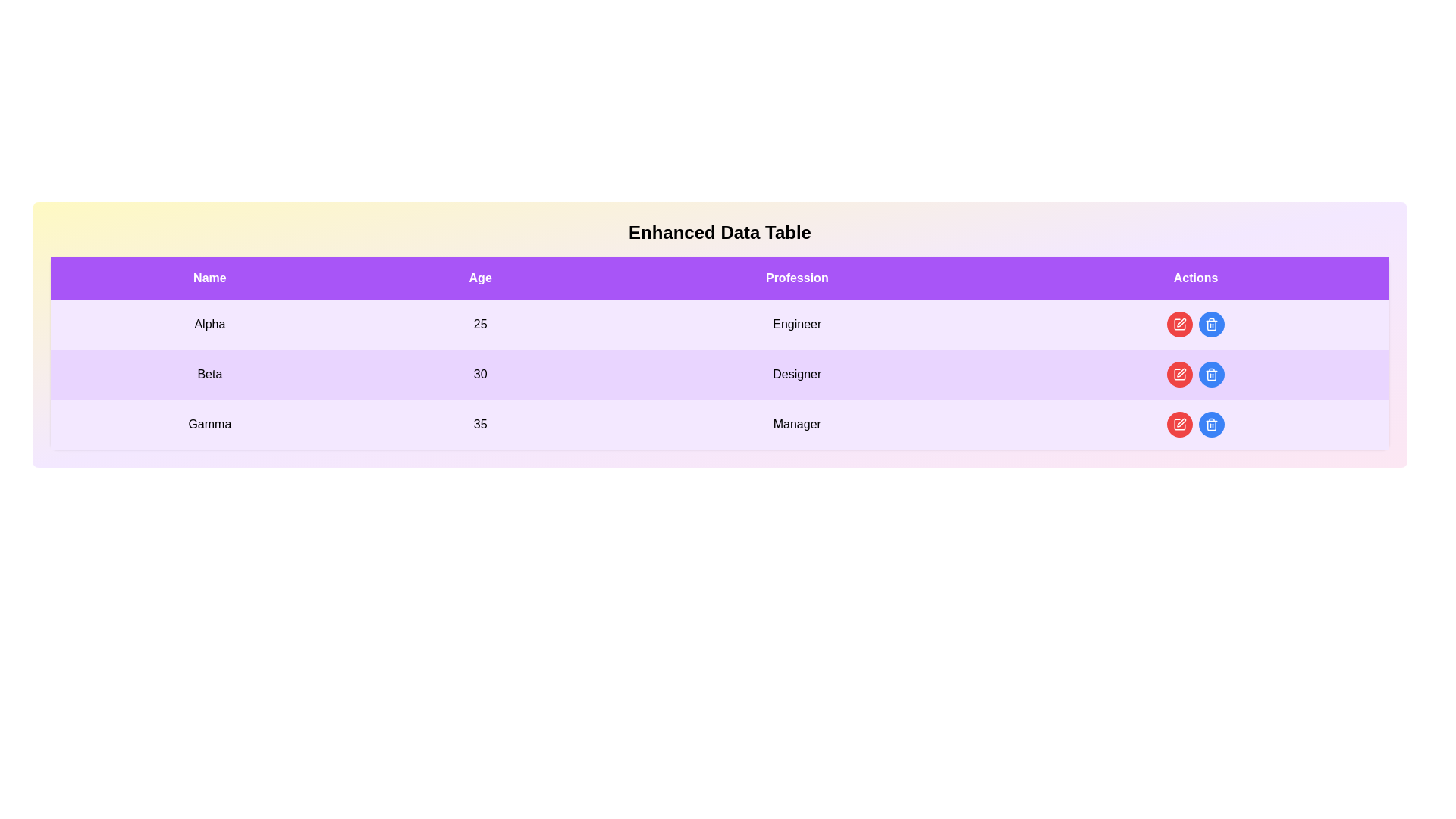 Image resolution: width=1456 pixels, height=819 pixels. Describe the element at coordinates (479, 278) in the screenshot. I see `the Age header to sort the table by that column` at that location.